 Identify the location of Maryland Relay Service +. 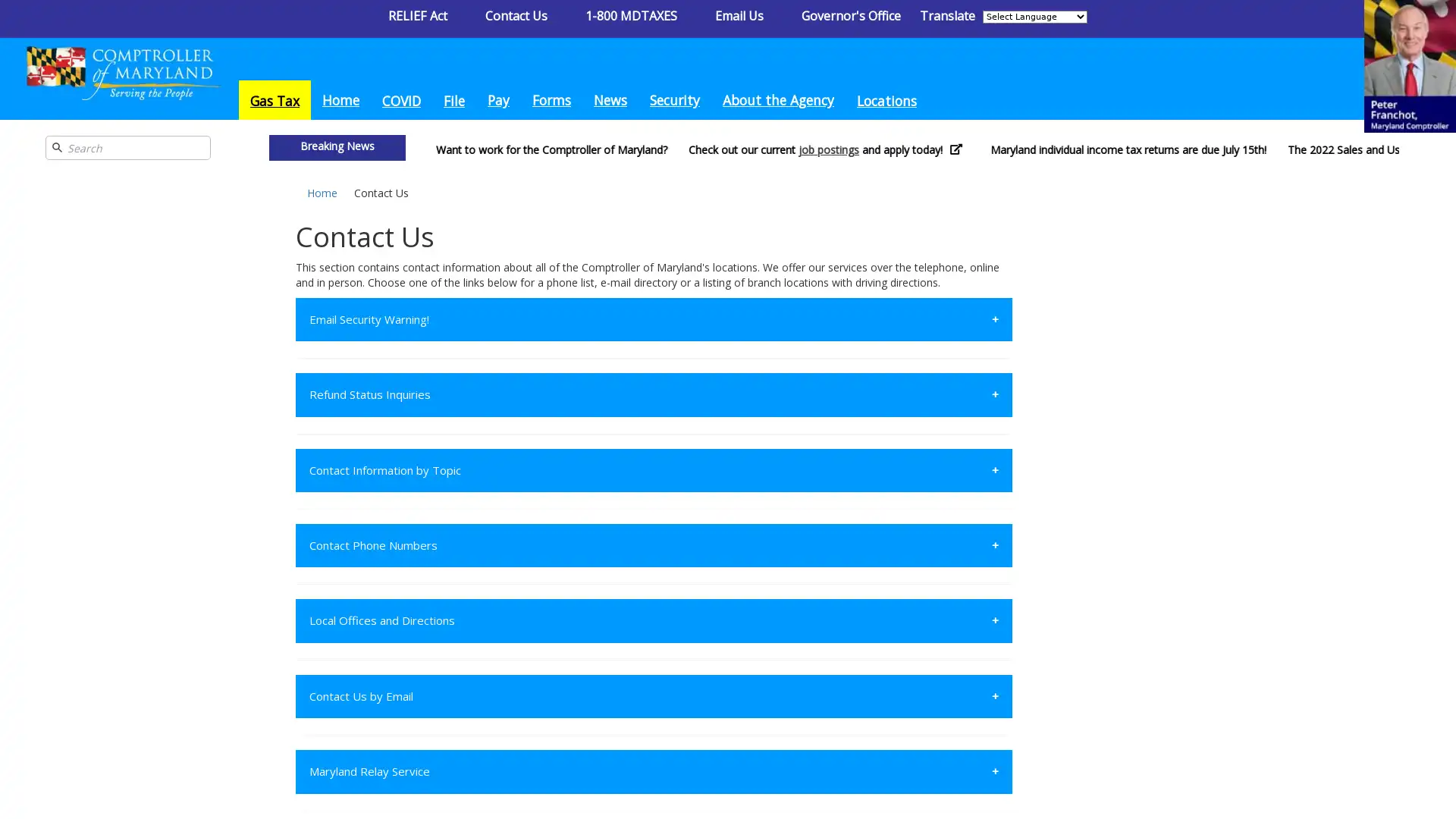
(654, 771).